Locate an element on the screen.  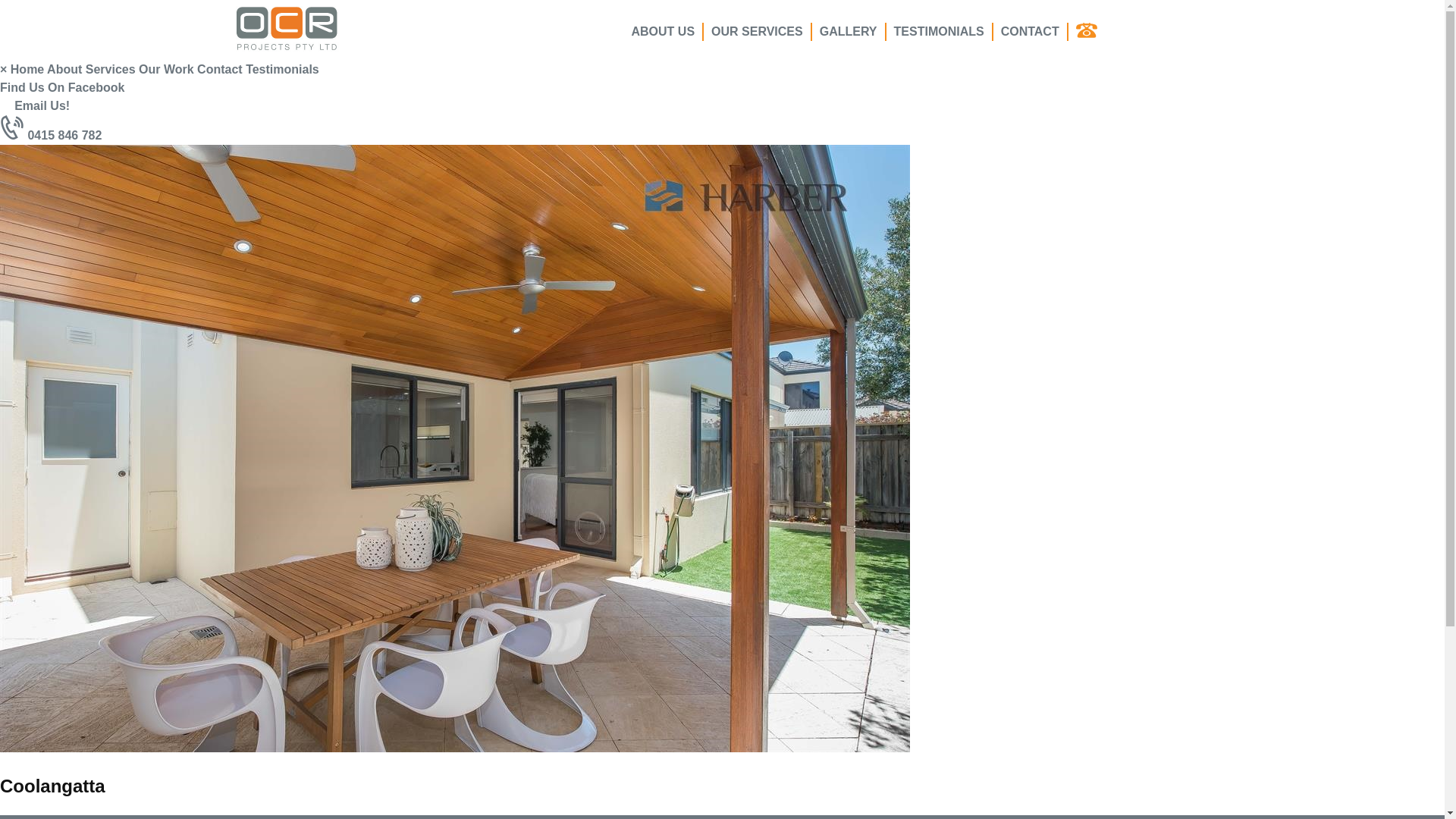
'Our Work' is located at coordinates (168, 69).